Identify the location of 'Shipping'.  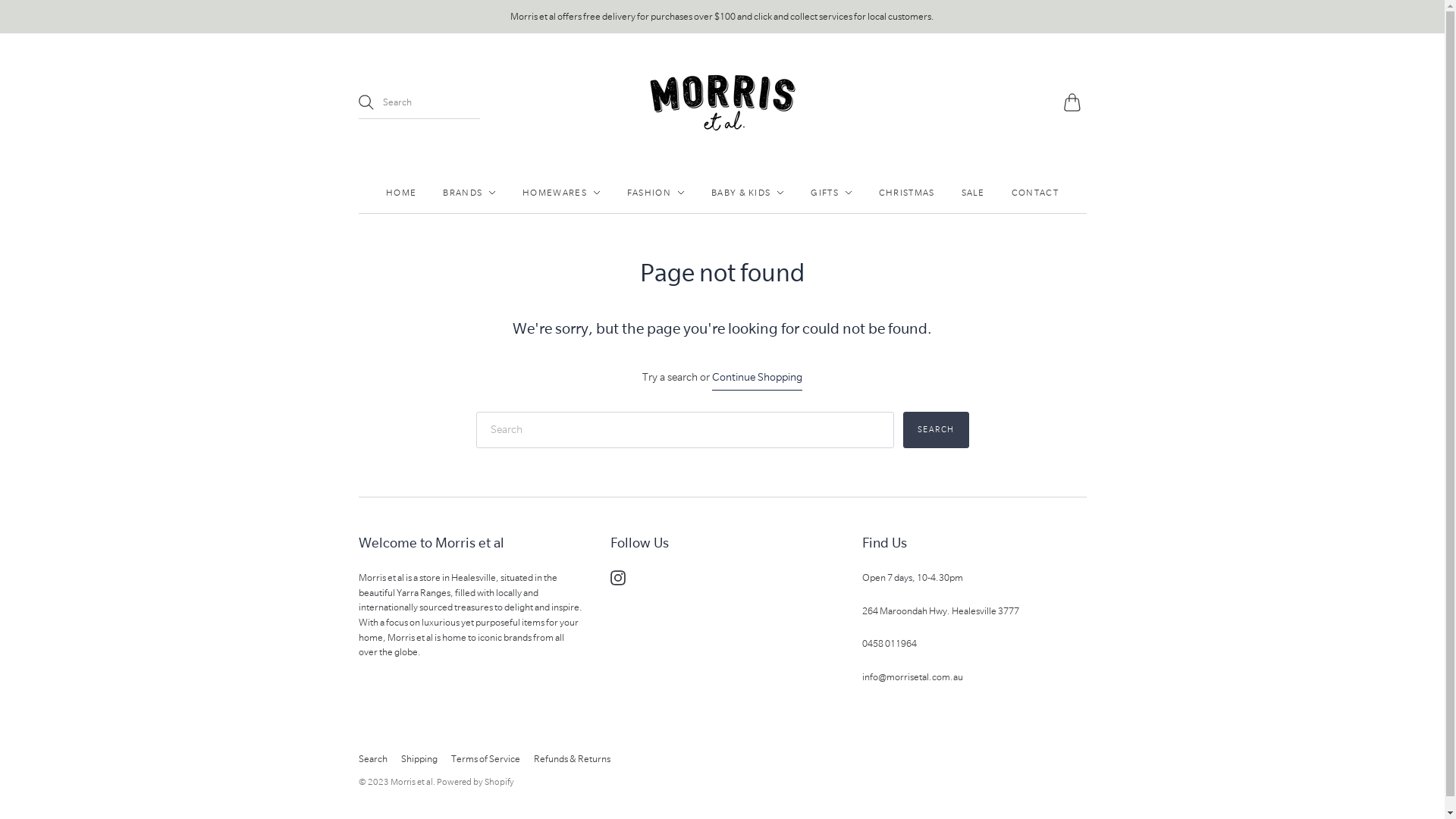
(419, 758).